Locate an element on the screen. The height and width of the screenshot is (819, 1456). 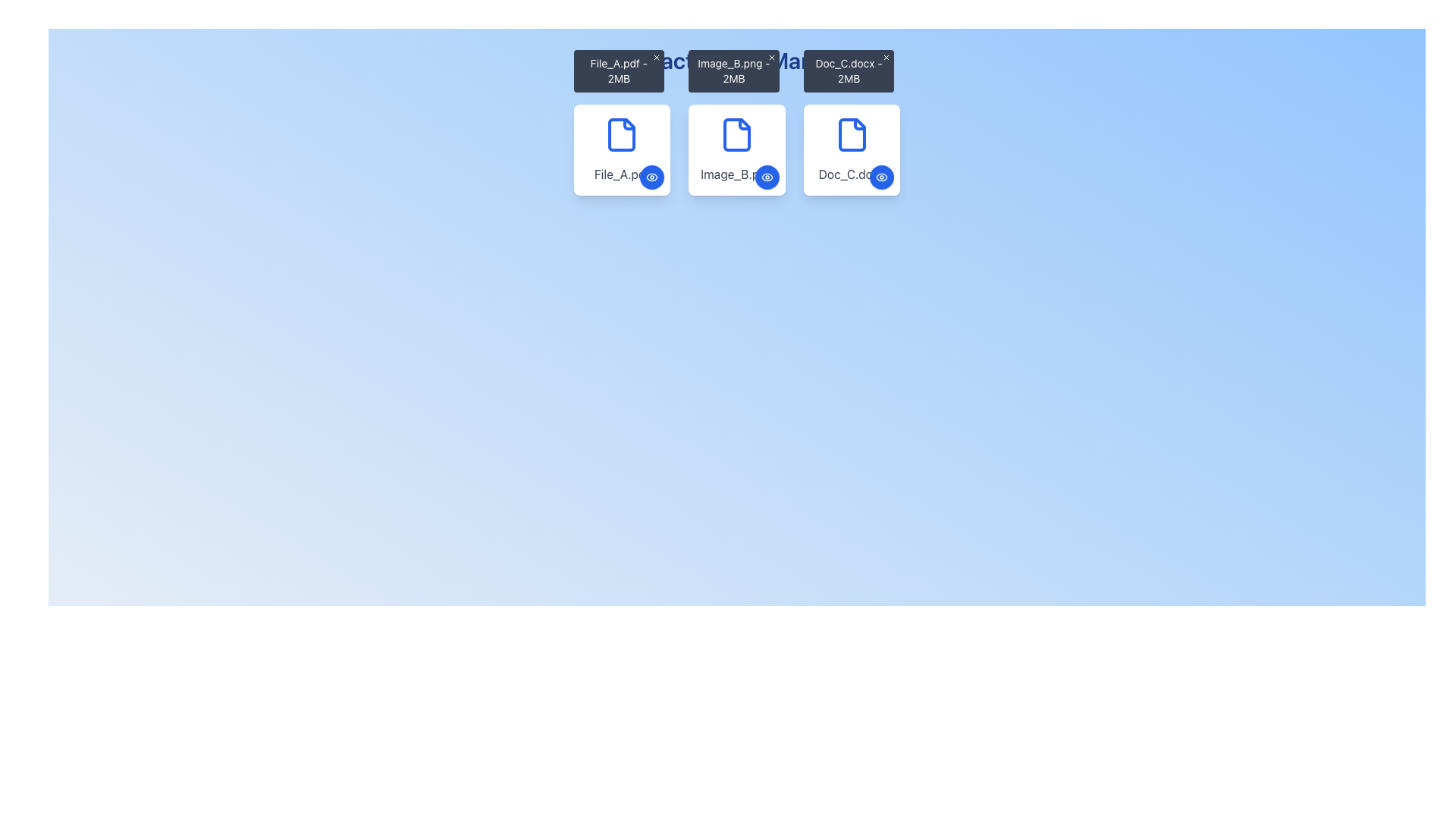
the interactive button located at the bottom-right corner of the document card titled 'Doc_C.docx - 2MB' is located at coordinates (882, 177).